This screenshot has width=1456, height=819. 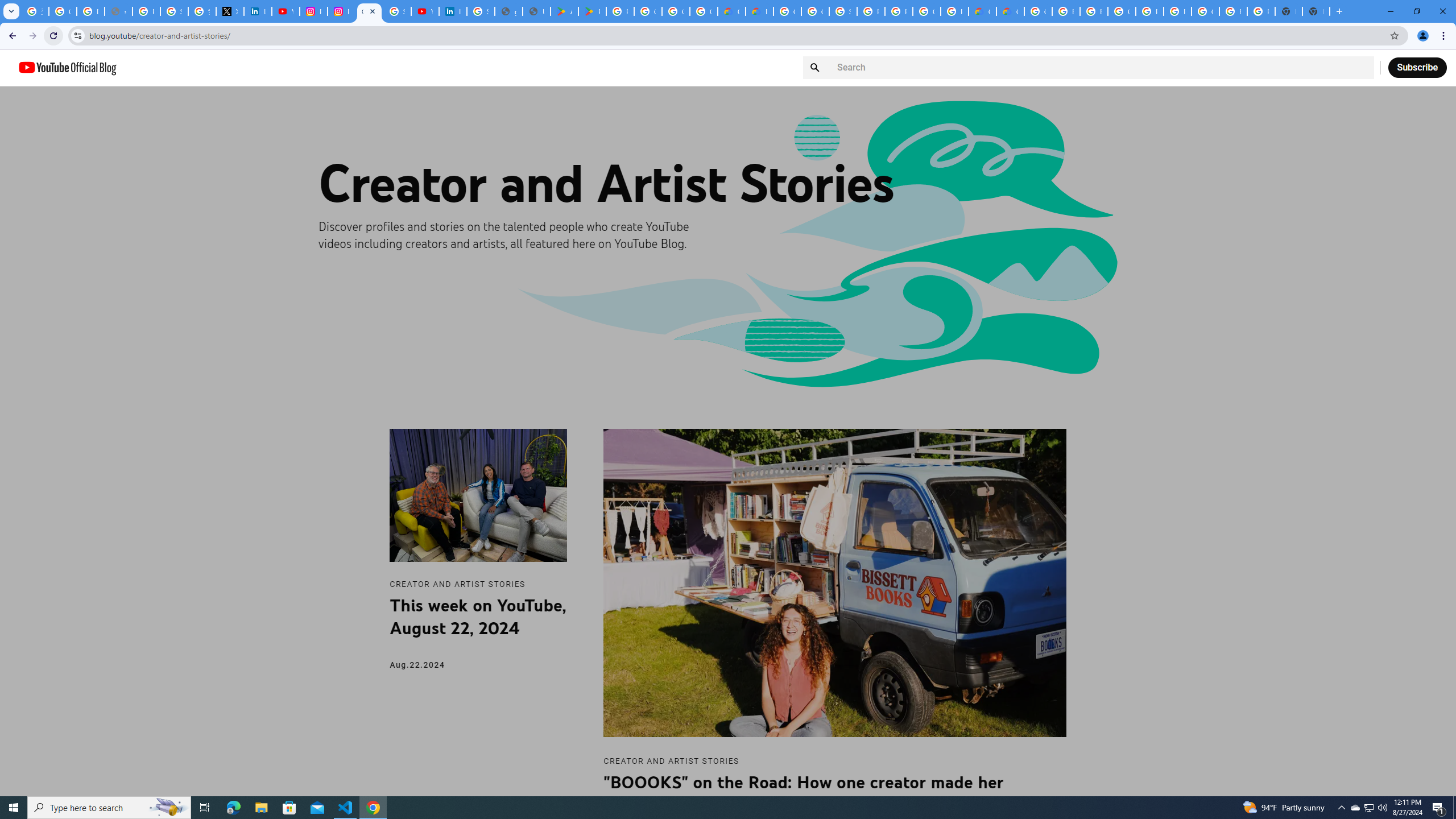 What do you see at coordinates (1065, 11) in the screenshot?
I see `'Browse Chrome as a guest - Computer - Google Chrome Help'` at bounding box center [1065, 11].